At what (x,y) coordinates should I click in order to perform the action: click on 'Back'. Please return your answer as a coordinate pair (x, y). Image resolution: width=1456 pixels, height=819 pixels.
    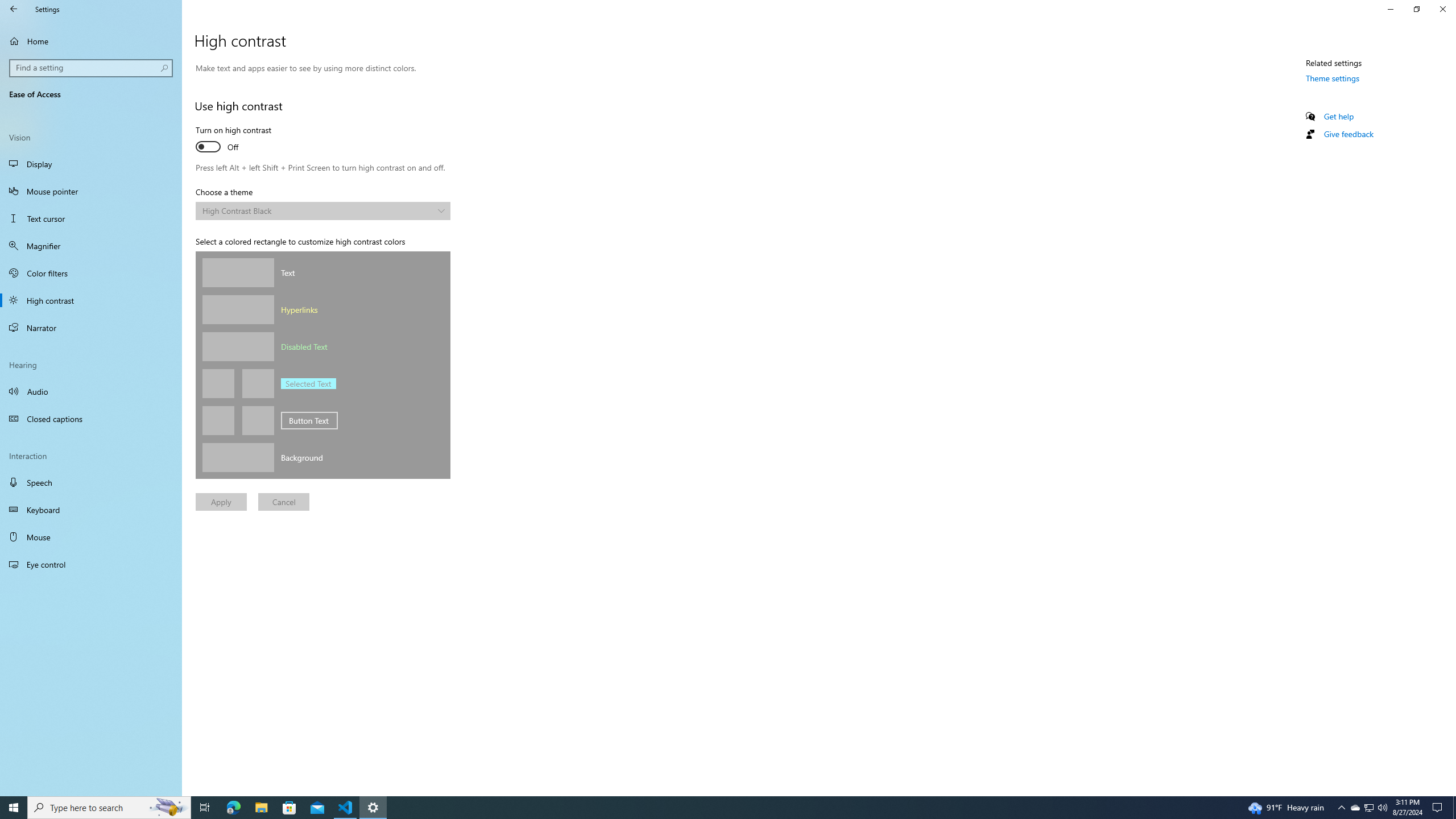
    Looking at the image, I should click on (14, 9).